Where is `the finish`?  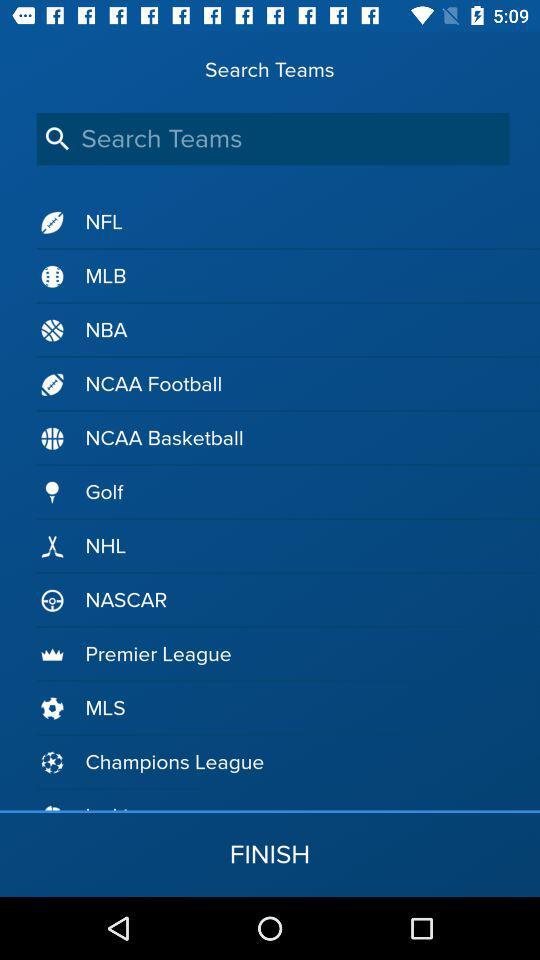 the finish is located at coordinates (270, 853).